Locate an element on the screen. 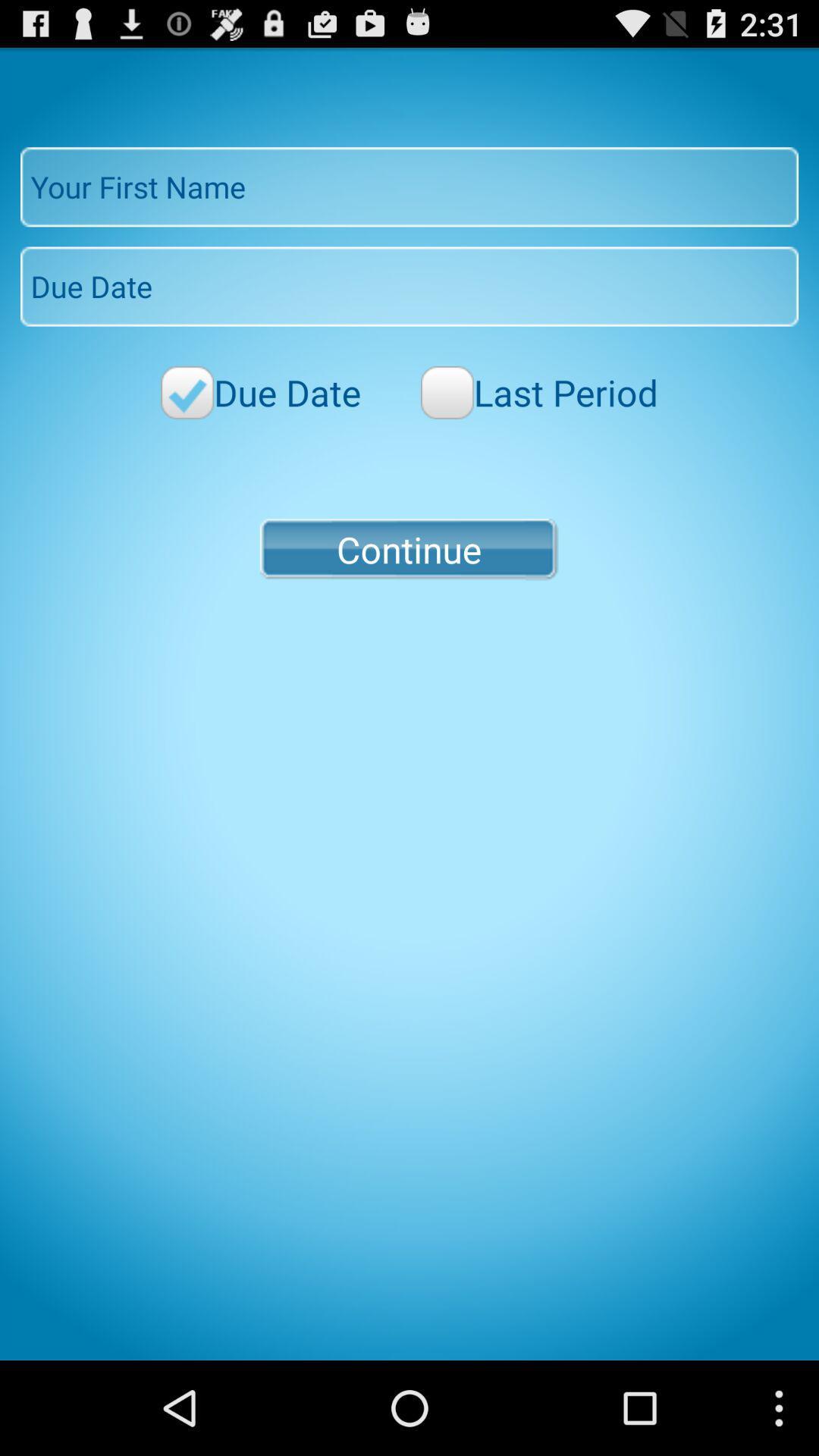  continue button is located at coordinates (408, 548).